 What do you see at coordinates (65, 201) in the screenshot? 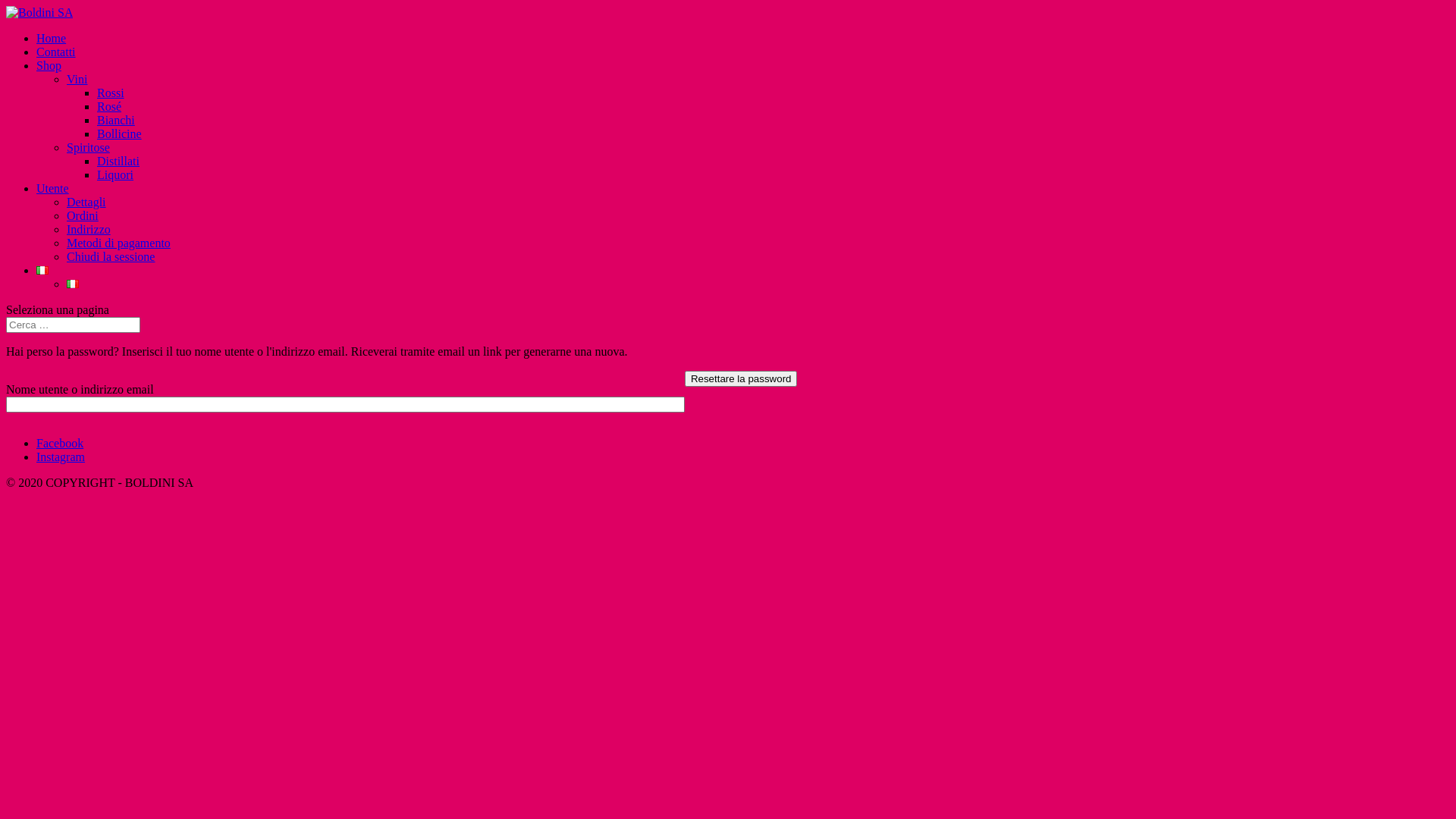
I see `'Dettagli'` at bounding box center [65, 201].